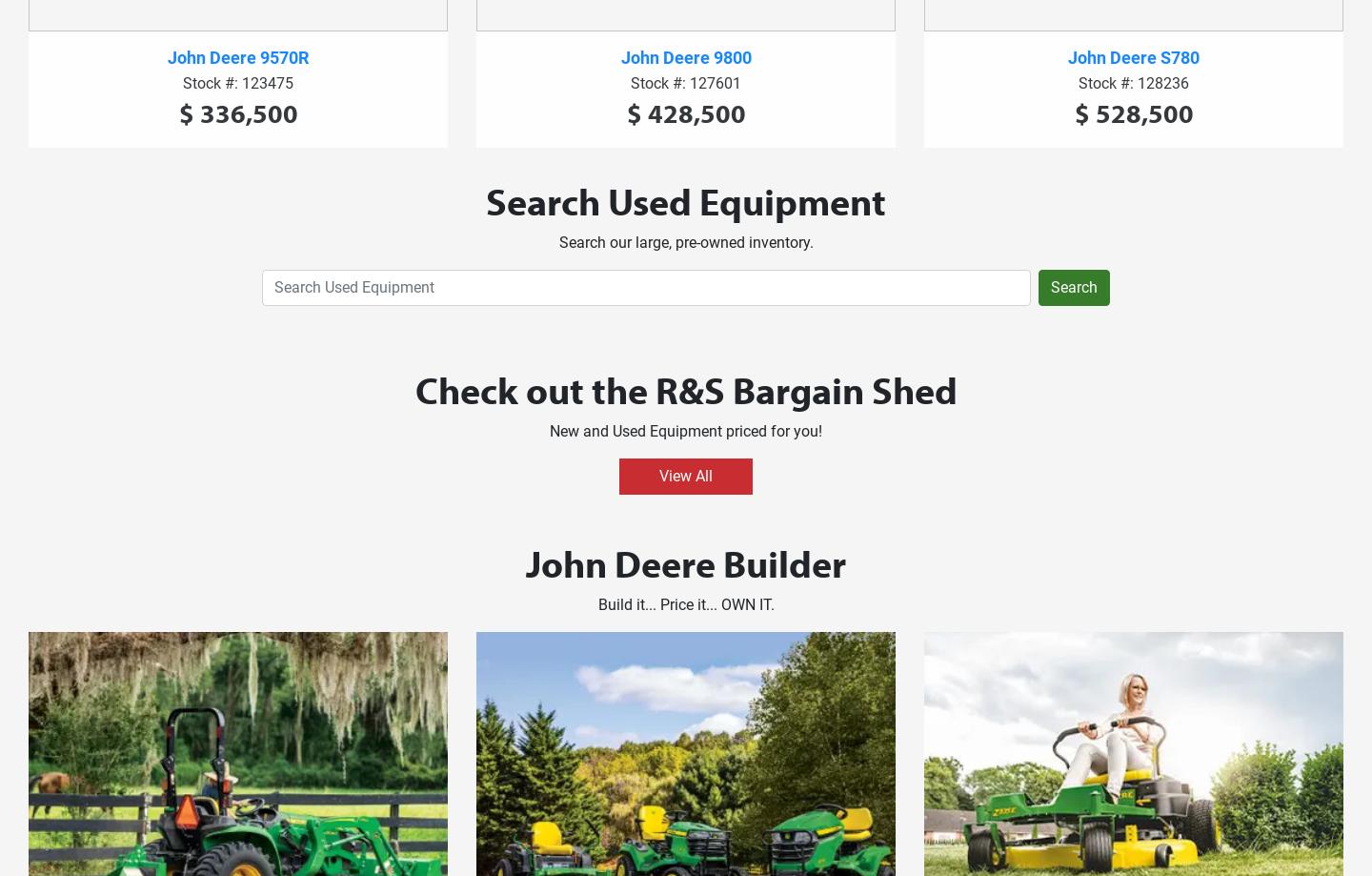  Describe the element at coordinates (1133, 111) in the screenshot. I see `'$ 528,500'` at that location.